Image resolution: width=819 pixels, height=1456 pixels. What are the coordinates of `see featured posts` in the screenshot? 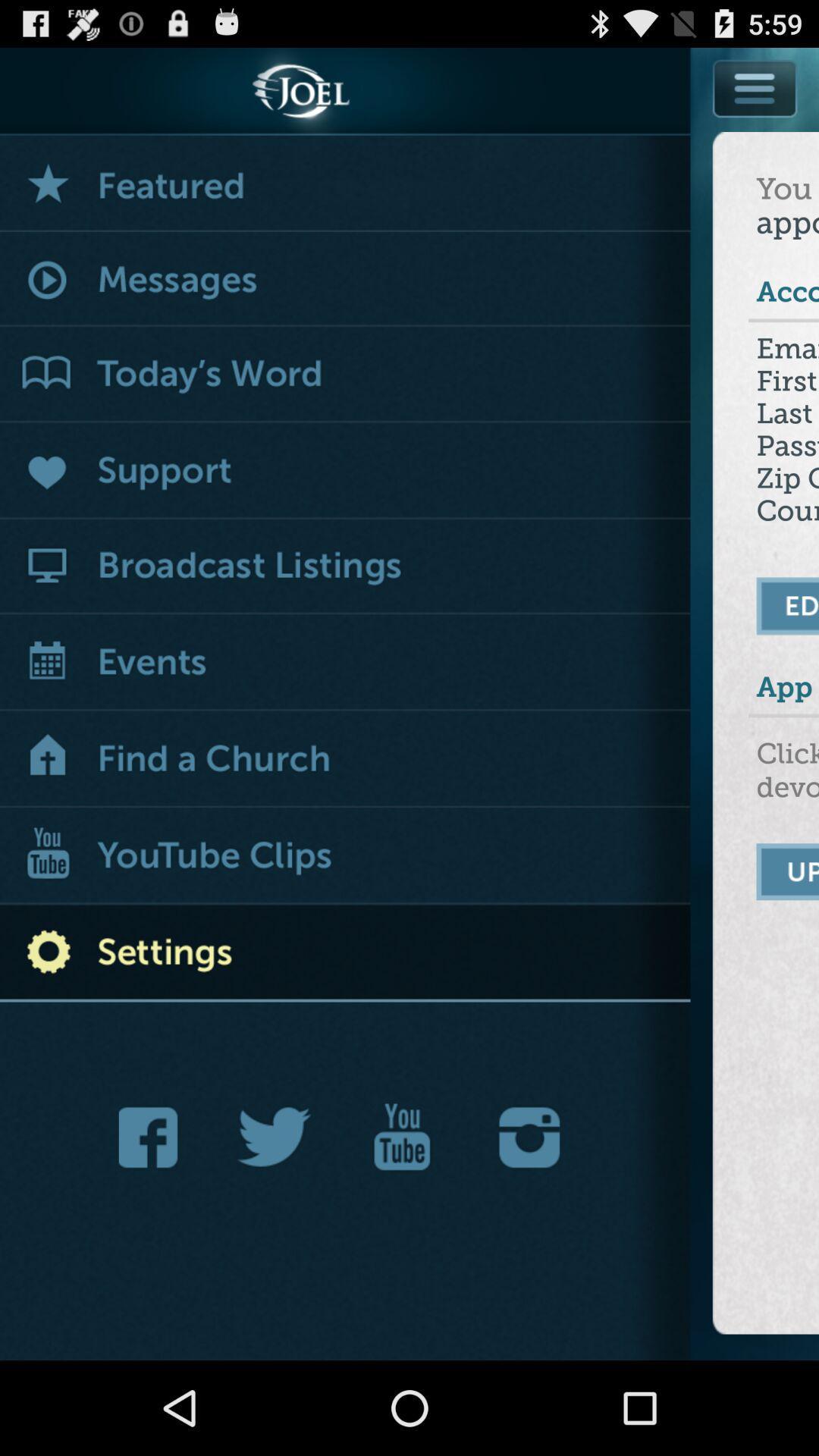 It's located at (345, 183).